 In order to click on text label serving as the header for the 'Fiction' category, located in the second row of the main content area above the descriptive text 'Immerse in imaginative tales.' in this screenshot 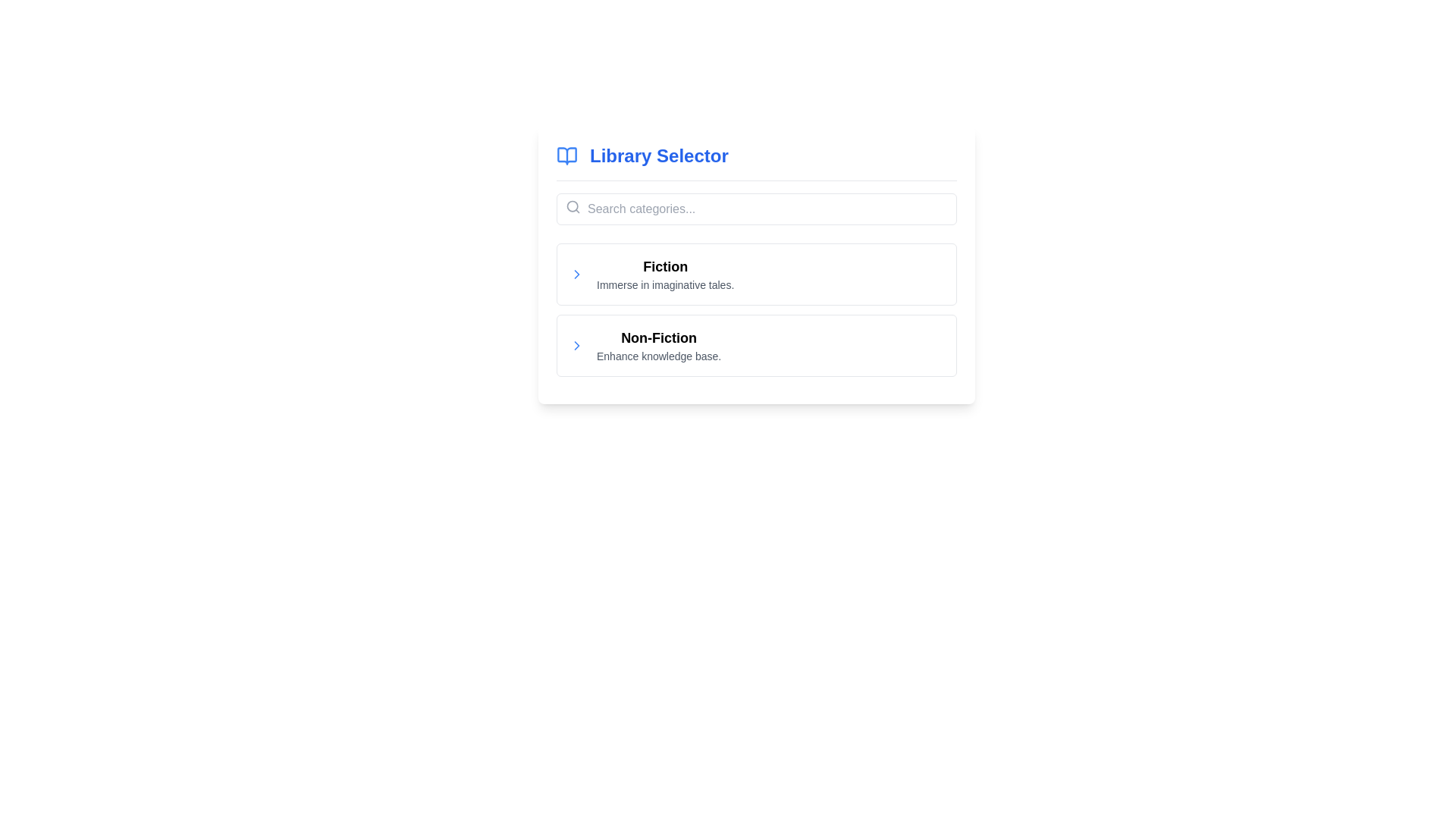, I will do `click(665, 265)`.